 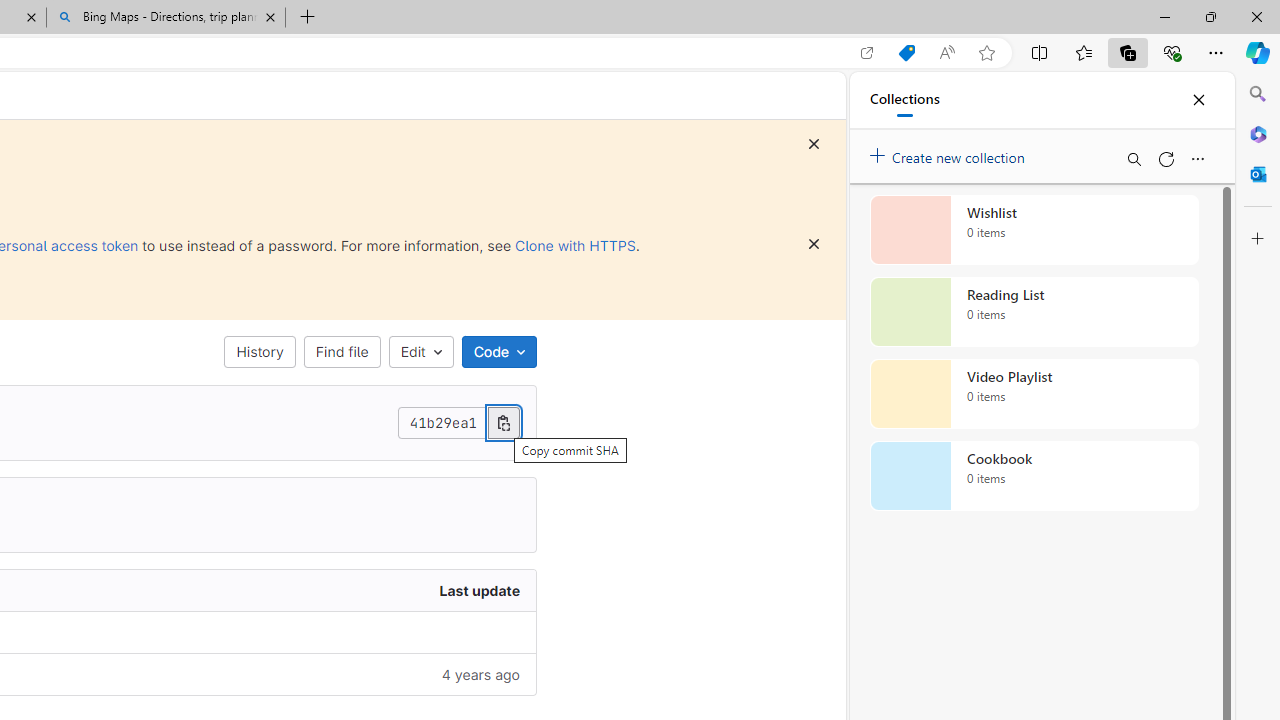 What do you see at coordinates (950, 152) in the screenshot?
I see `'Create new collection'` at bounding box center [950, 152].